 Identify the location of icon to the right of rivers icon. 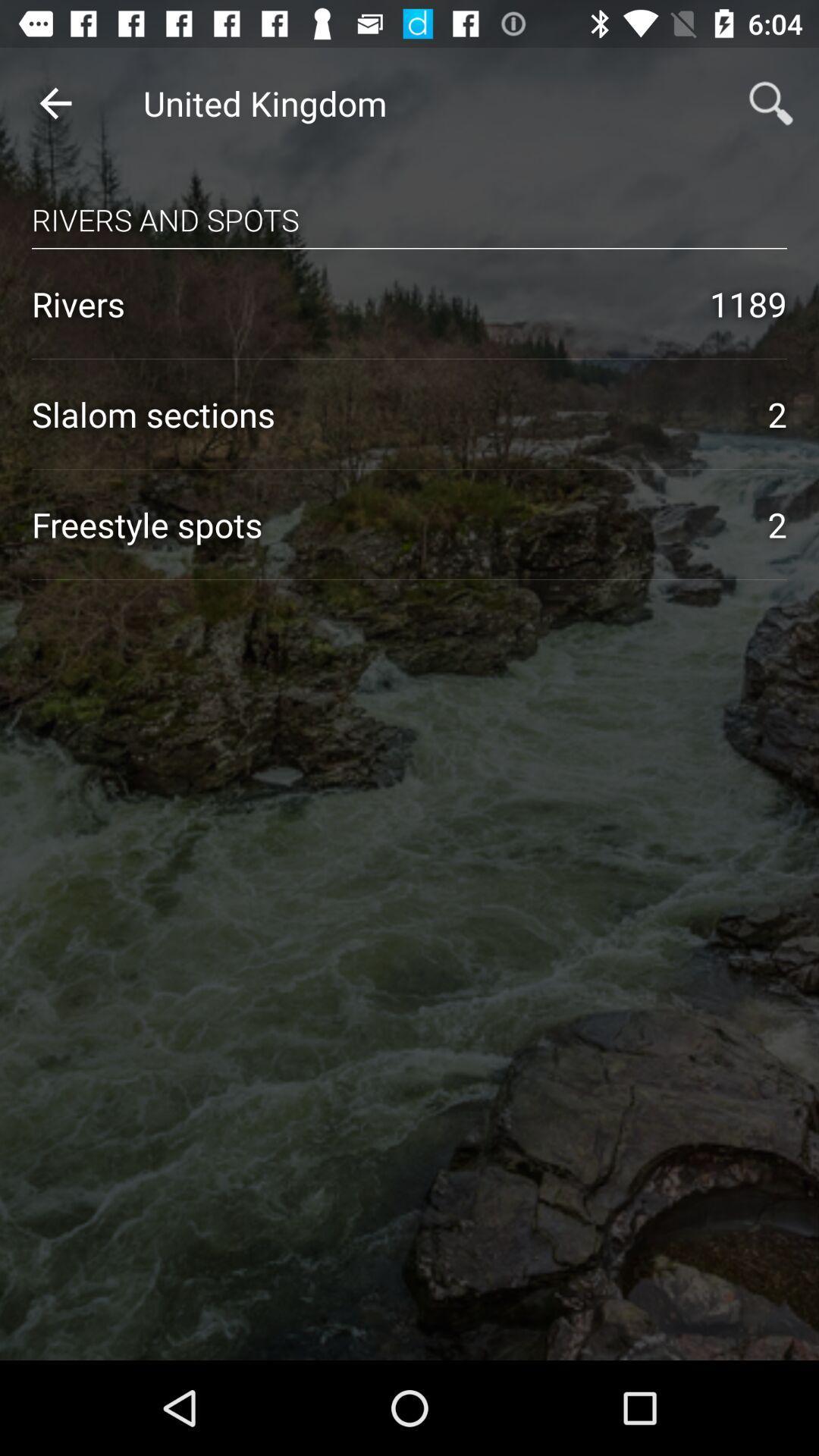
(748, 303).